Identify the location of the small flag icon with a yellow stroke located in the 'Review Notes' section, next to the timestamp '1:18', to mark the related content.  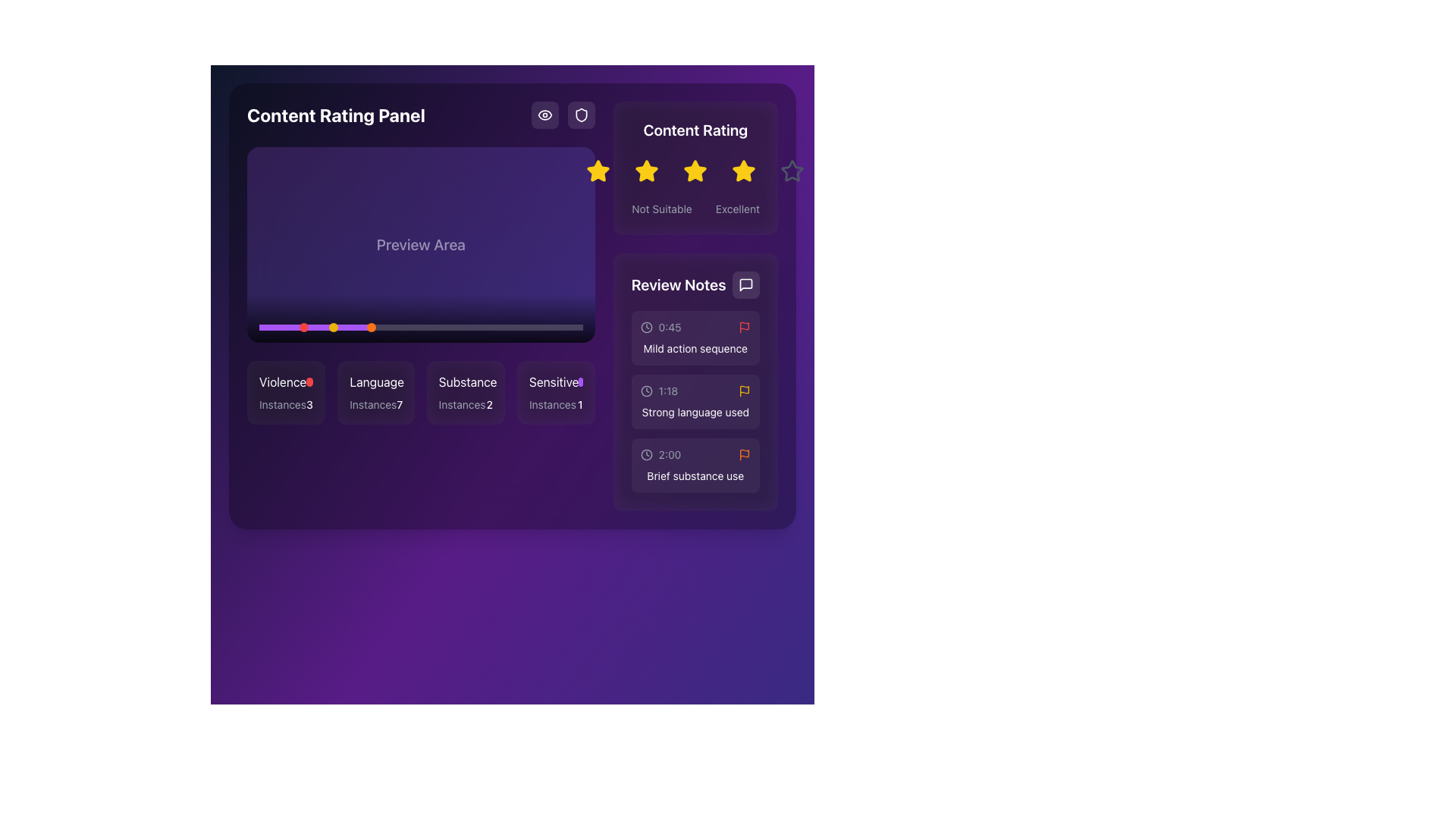
(744, 391).